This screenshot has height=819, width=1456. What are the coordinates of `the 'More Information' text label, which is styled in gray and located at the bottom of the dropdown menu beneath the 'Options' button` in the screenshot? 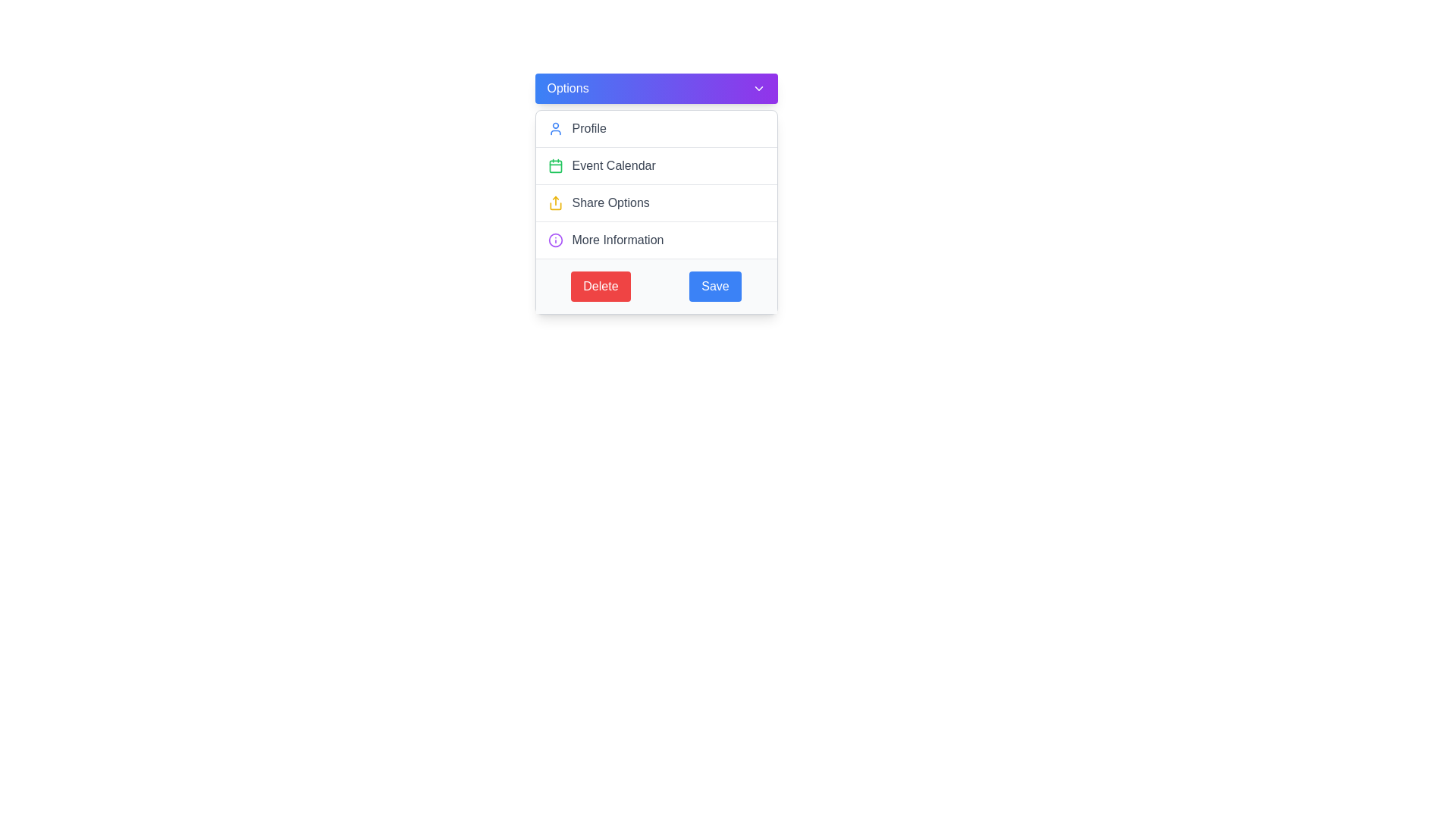 It's located at (618, 239).